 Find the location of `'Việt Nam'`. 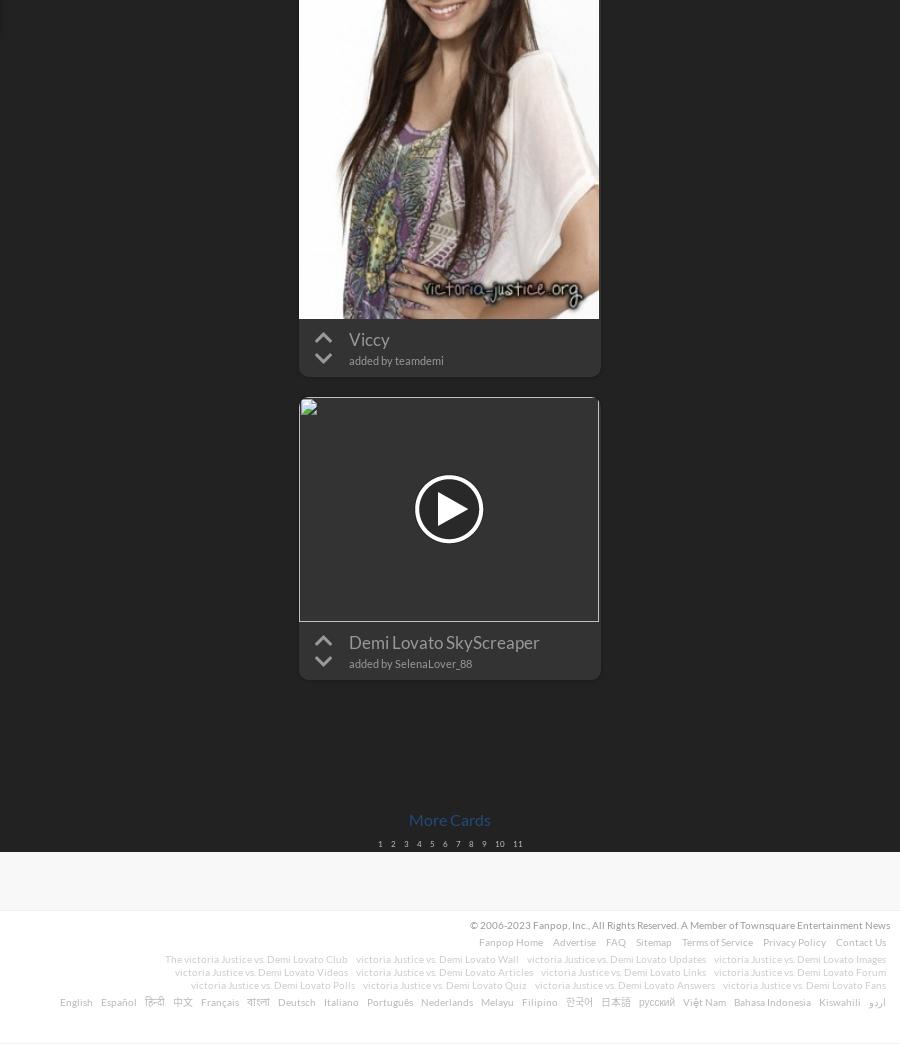

'Việt Nam' is located at coordinates (682, 1002).